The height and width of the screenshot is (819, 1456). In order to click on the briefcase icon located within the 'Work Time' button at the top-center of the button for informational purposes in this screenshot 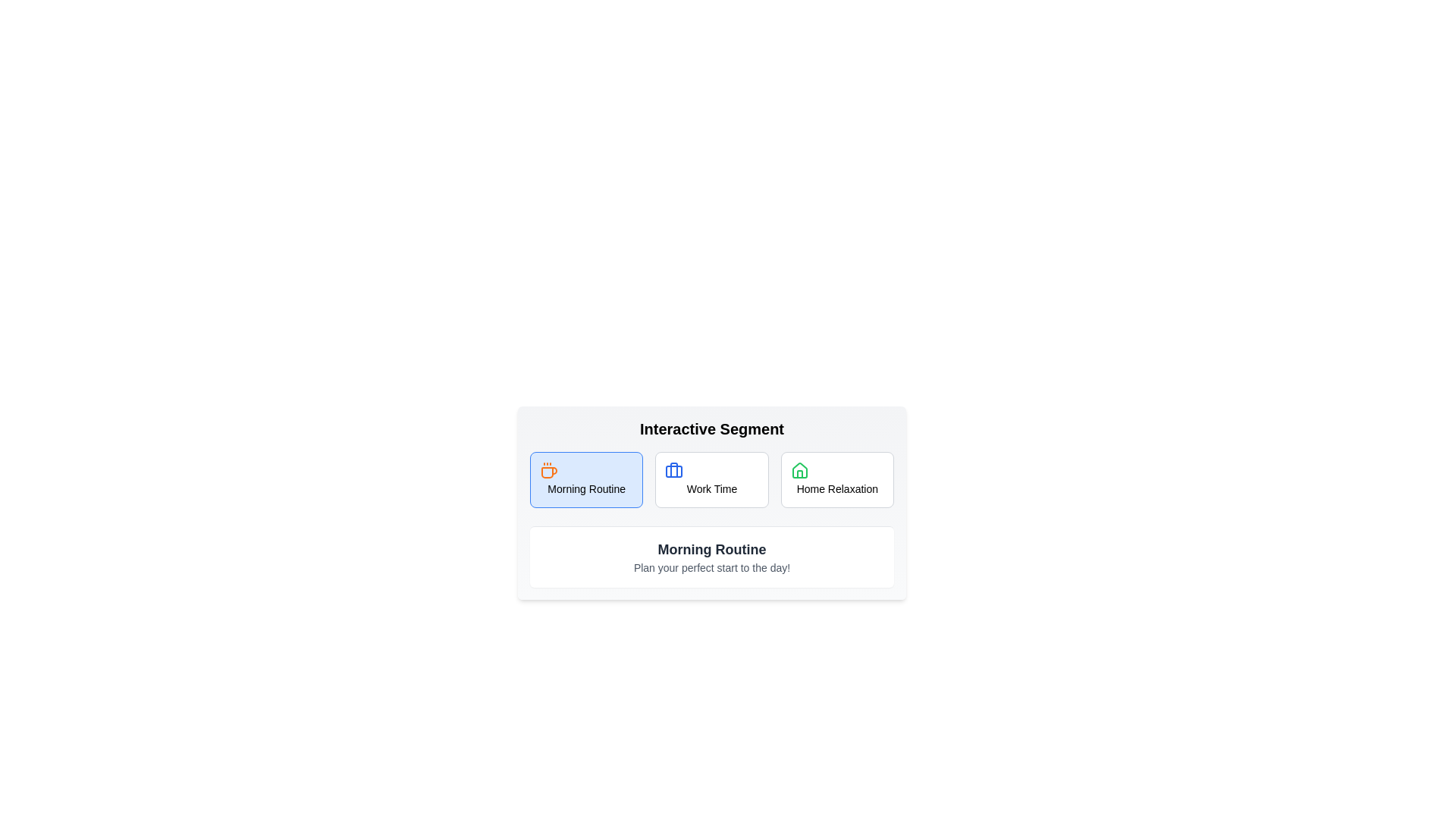, I will do `click(673, 470)`.